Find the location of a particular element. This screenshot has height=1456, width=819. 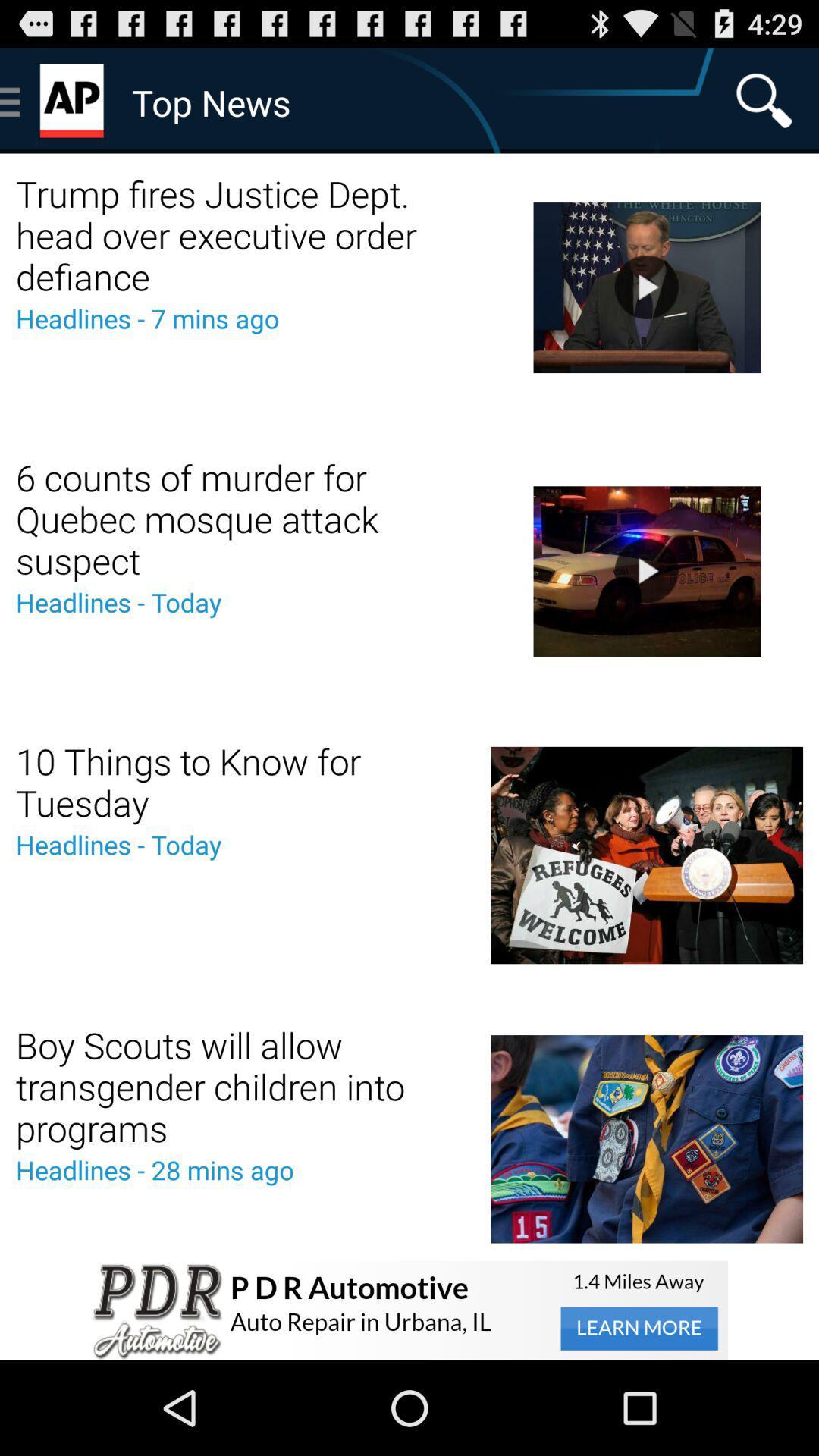

image from bottom 2nd one on the right side is located at coordinates (646, 855).